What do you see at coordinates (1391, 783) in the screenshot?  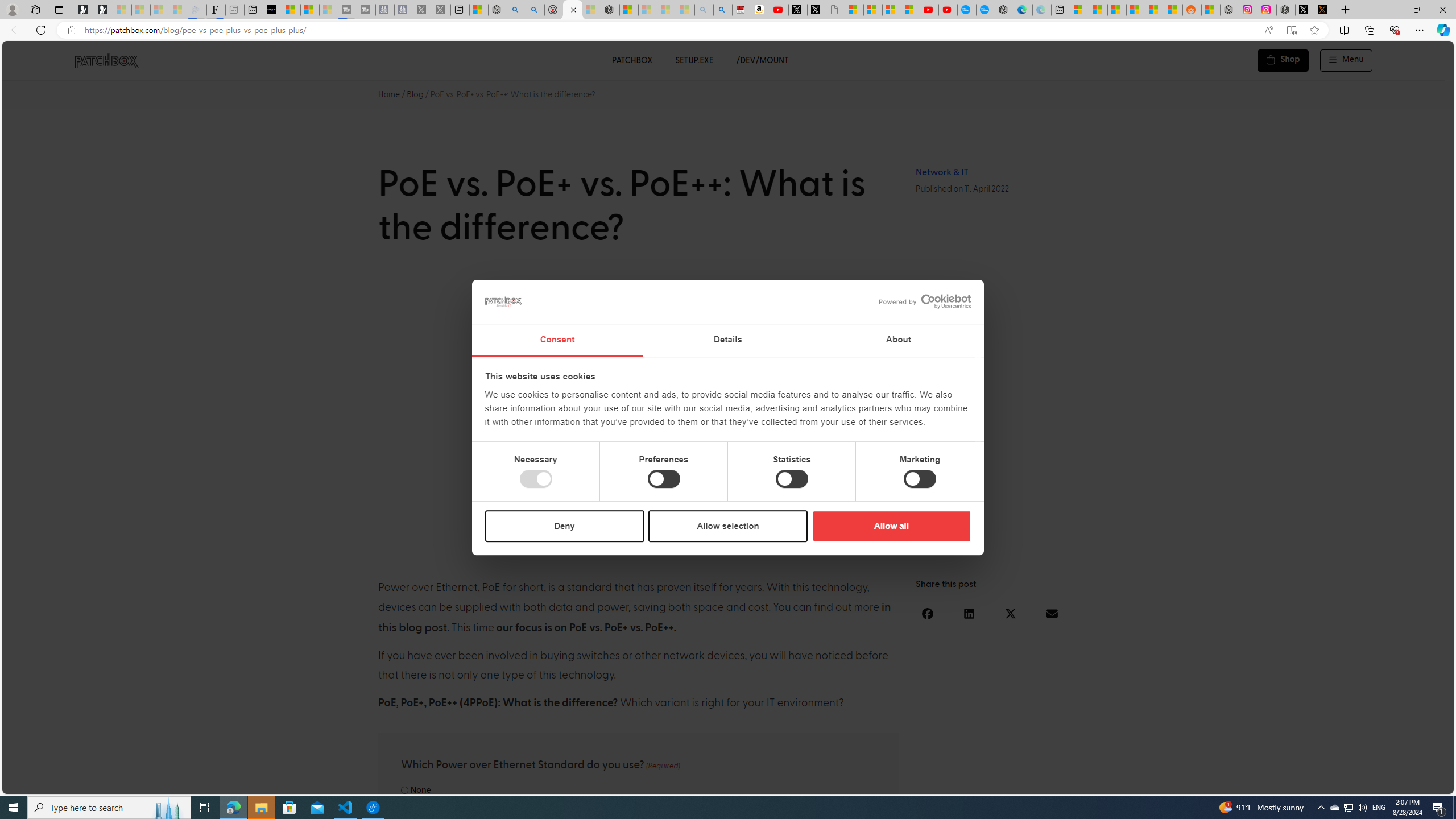 I see `'Language switcher : Finnish'` at bounding box center [1391, 783].